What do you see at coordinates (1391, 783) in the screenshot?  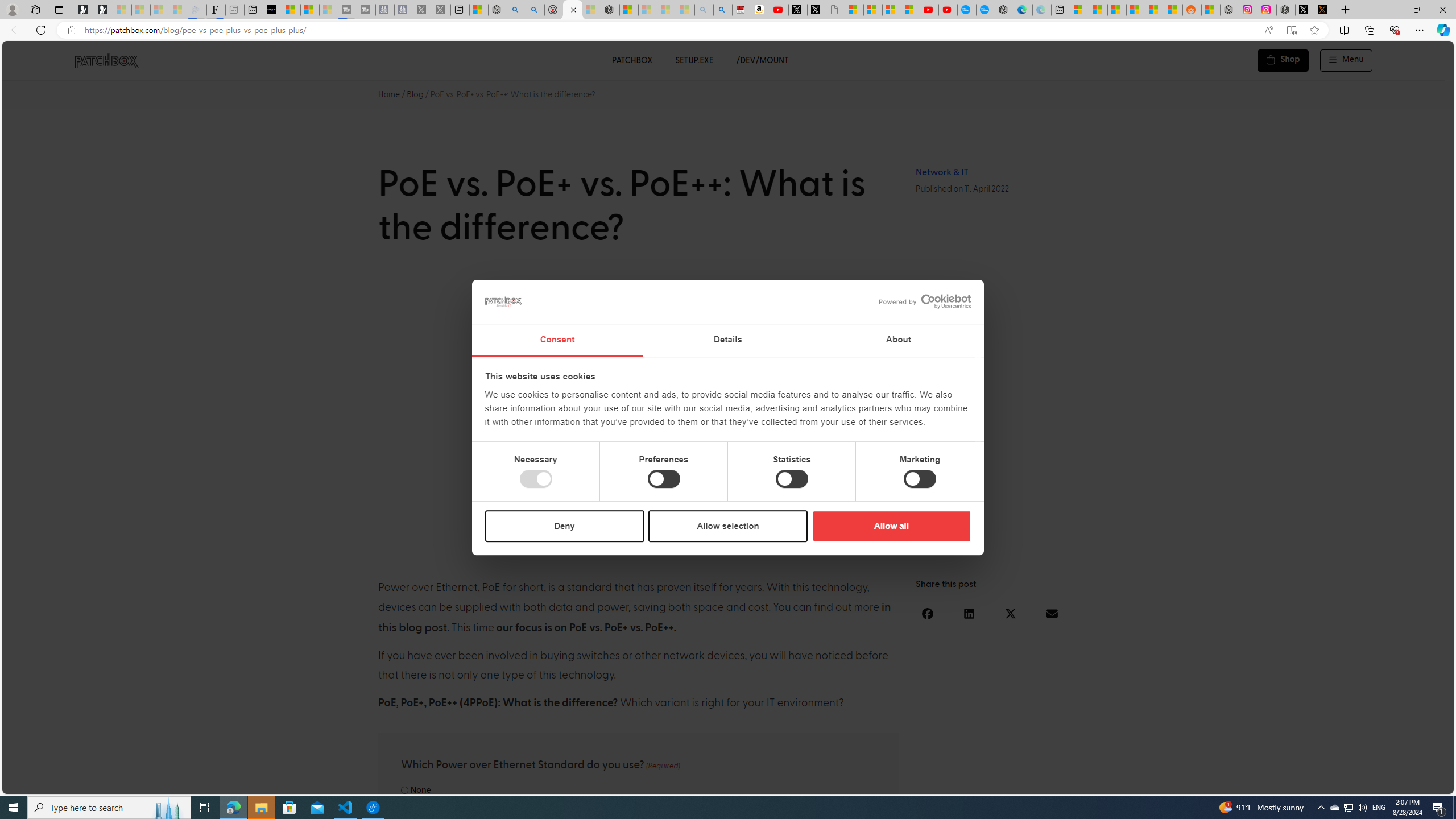 I see `'Language switcher : Finnish'` at bounding box center [1391, 783].